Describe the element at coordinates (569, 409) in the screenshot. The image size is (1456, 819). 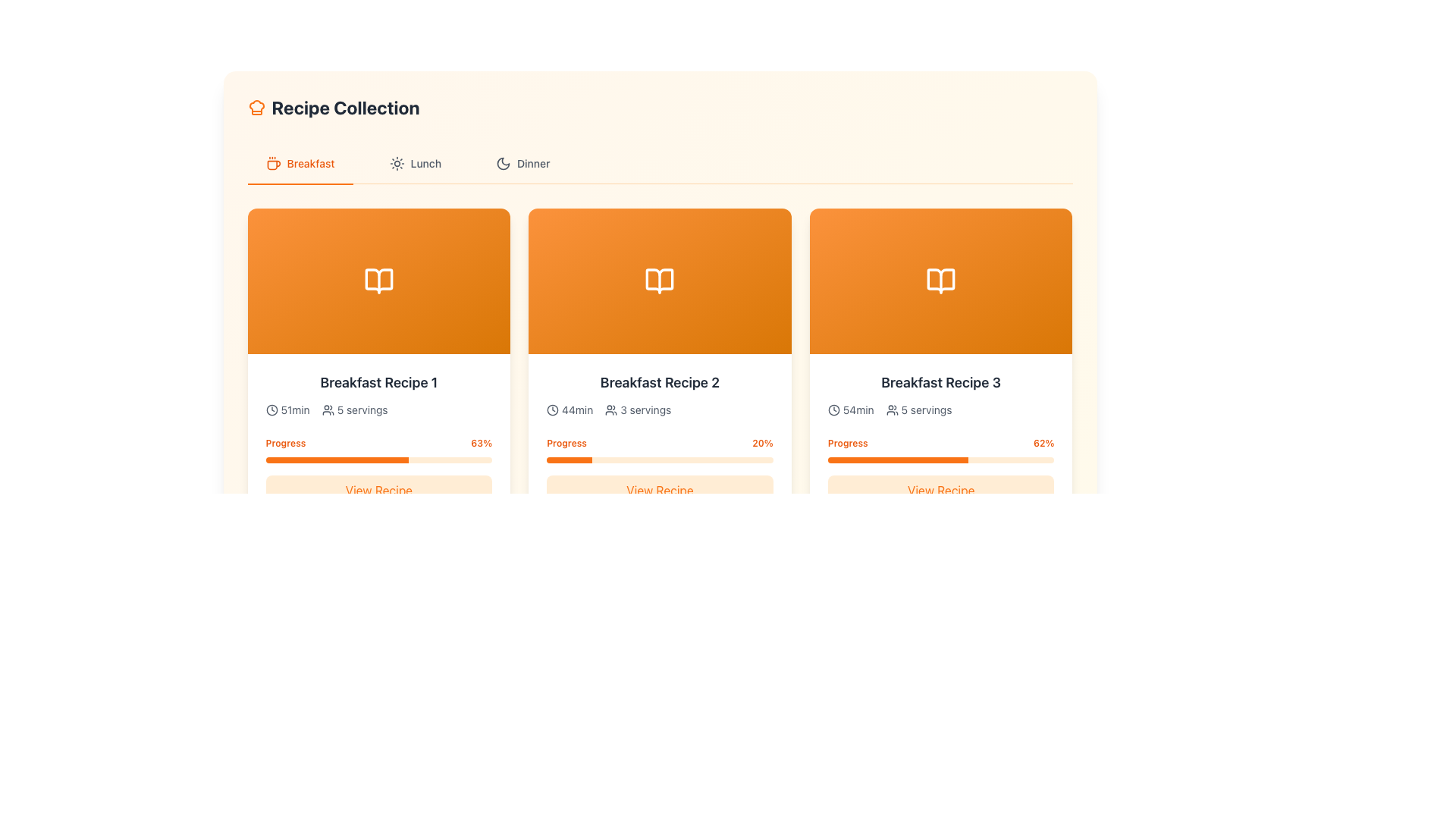
I see `time displayed in the informational label with a clock icon, showing '44min', located in the upper-left region of the 'Breakfast Recipe 2' section` at that location.